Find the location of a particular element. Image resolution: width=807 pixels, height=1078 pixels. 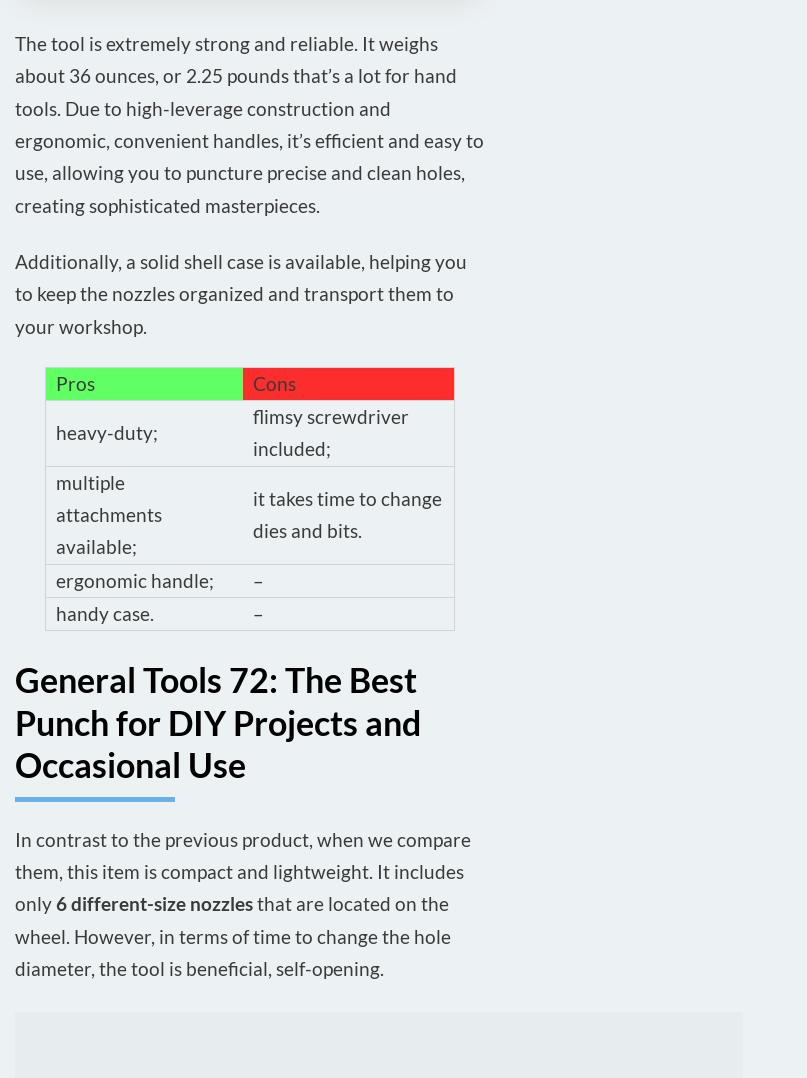

'it takes time to change dies and bits.' is located at coordinates (346, 513).